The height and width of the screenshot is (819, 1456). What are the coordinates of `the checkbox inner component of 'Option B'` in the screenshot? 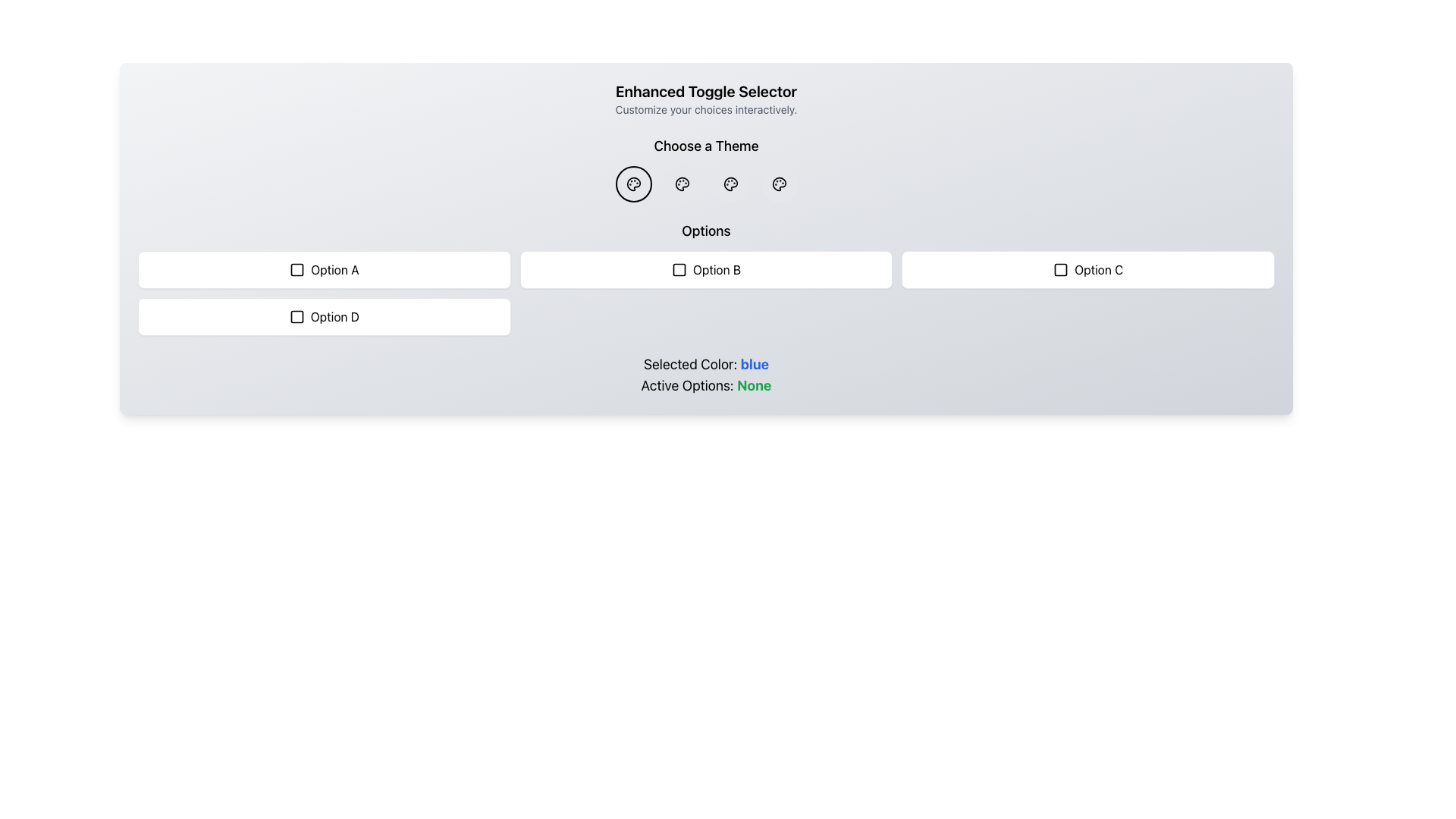 It's located at (678, 268).